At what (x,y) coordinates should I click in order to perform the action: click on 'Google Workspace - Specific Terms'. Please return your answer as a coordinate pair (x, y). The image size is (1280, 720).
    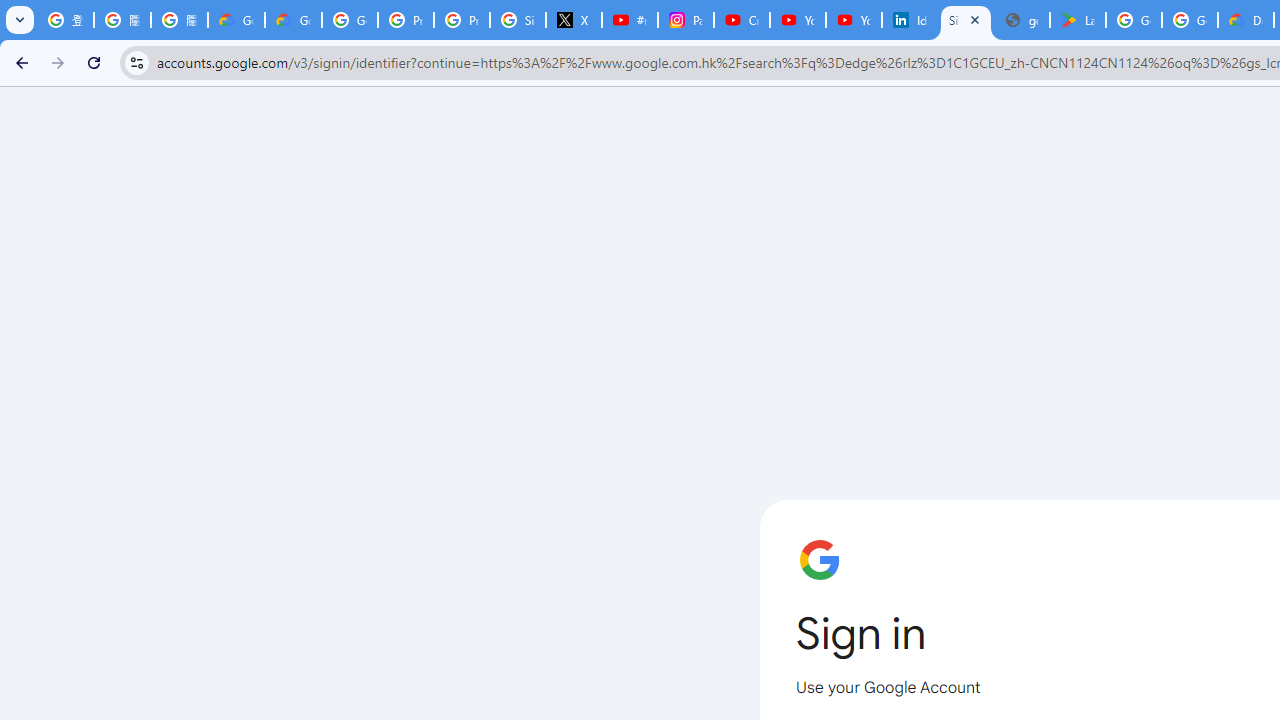
    Looking at the image, I should click on (1190, 20).